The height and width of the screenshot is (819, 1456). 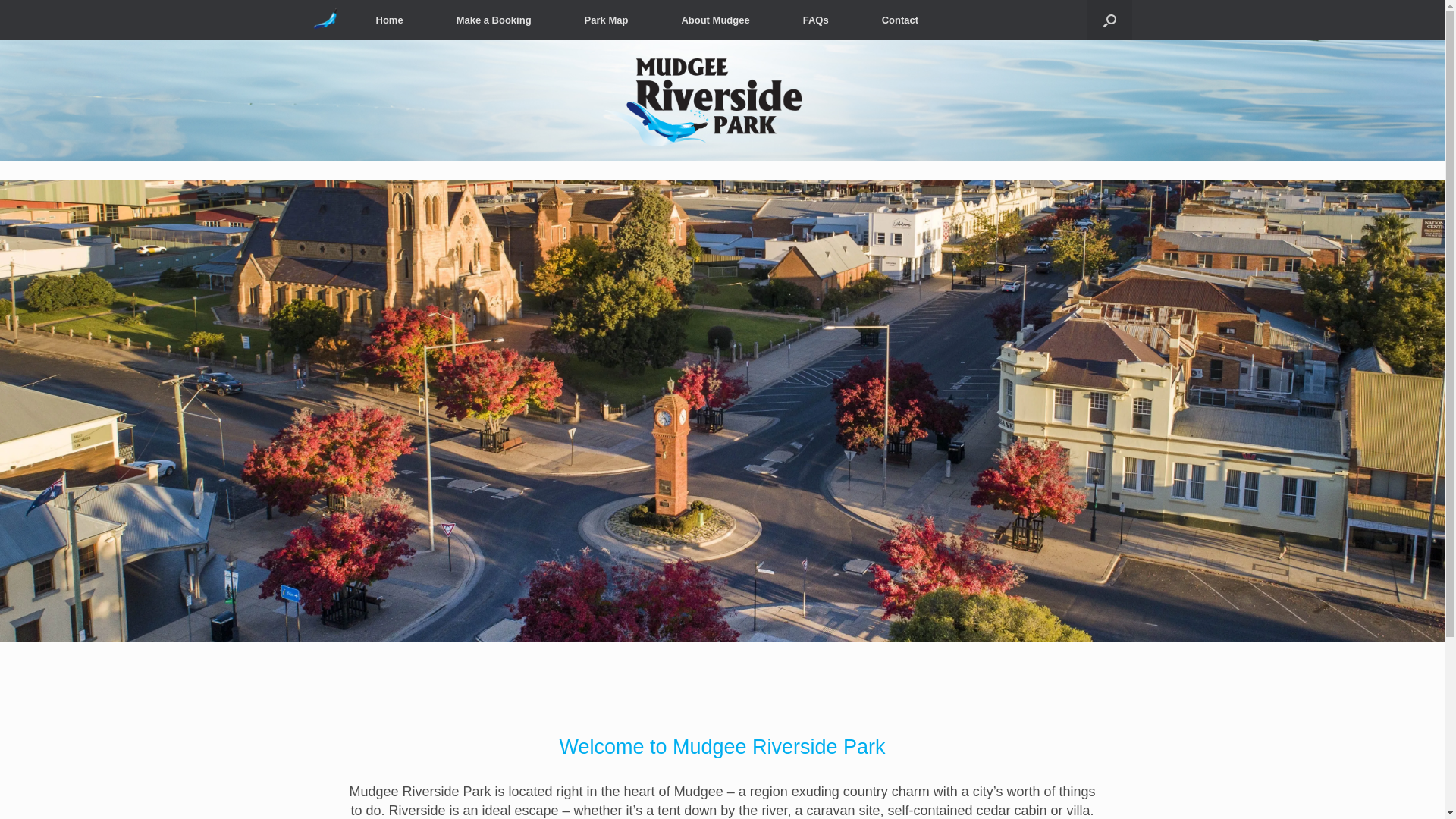 What do you see at coordinates (428, 20) in the screenshot?
I see `'Make a Booking'` at bounding box center [428, 20].